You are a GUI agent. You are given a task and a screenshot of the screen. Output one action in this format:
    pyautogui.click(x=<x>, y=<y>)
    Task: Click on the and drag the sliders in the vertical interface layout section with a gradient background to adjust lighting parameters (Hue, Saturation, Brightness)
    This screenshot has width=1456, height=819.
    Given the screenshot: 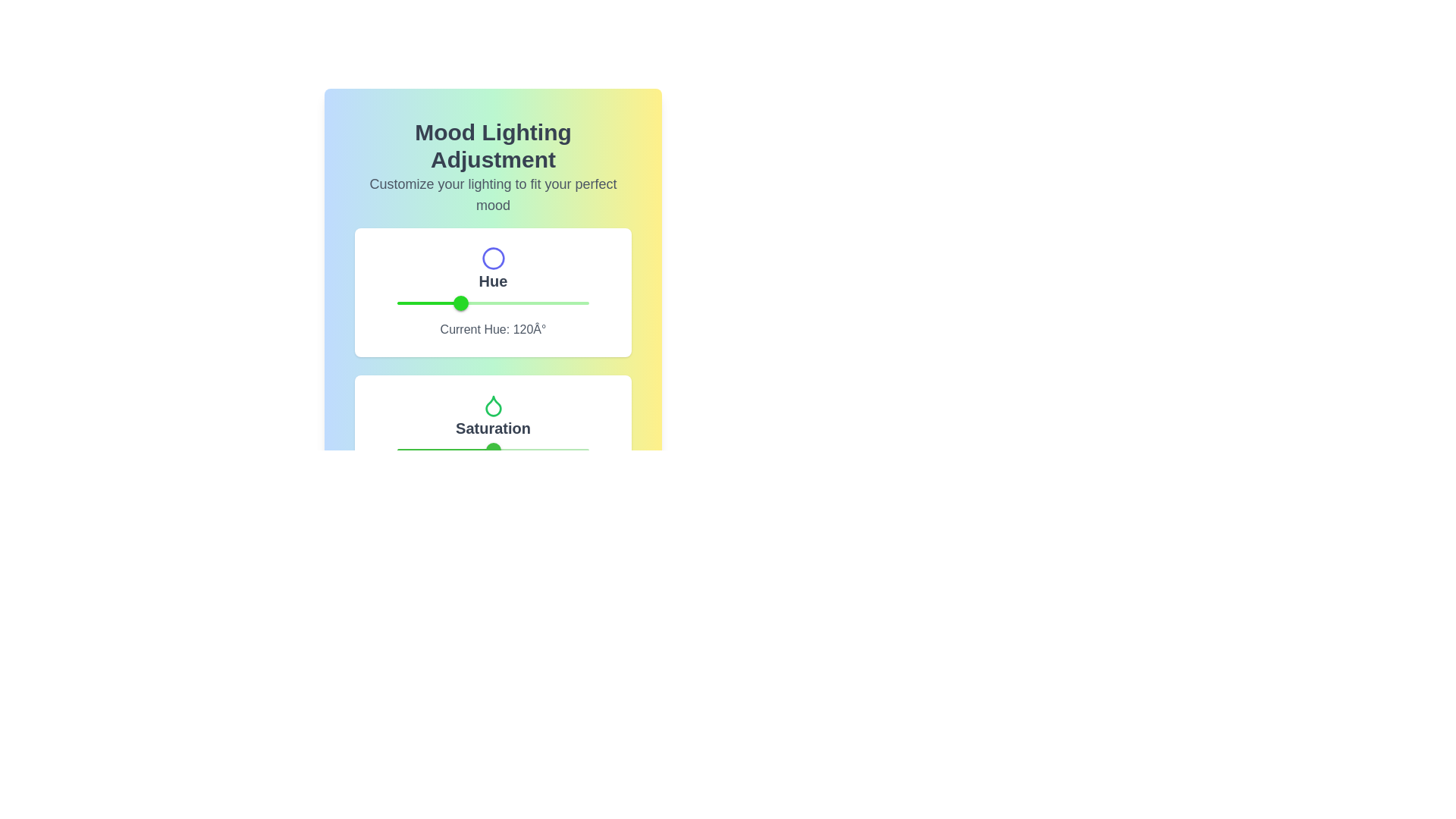 What is the action you would take?
    pyautogui.click(x=493, y=259)
    